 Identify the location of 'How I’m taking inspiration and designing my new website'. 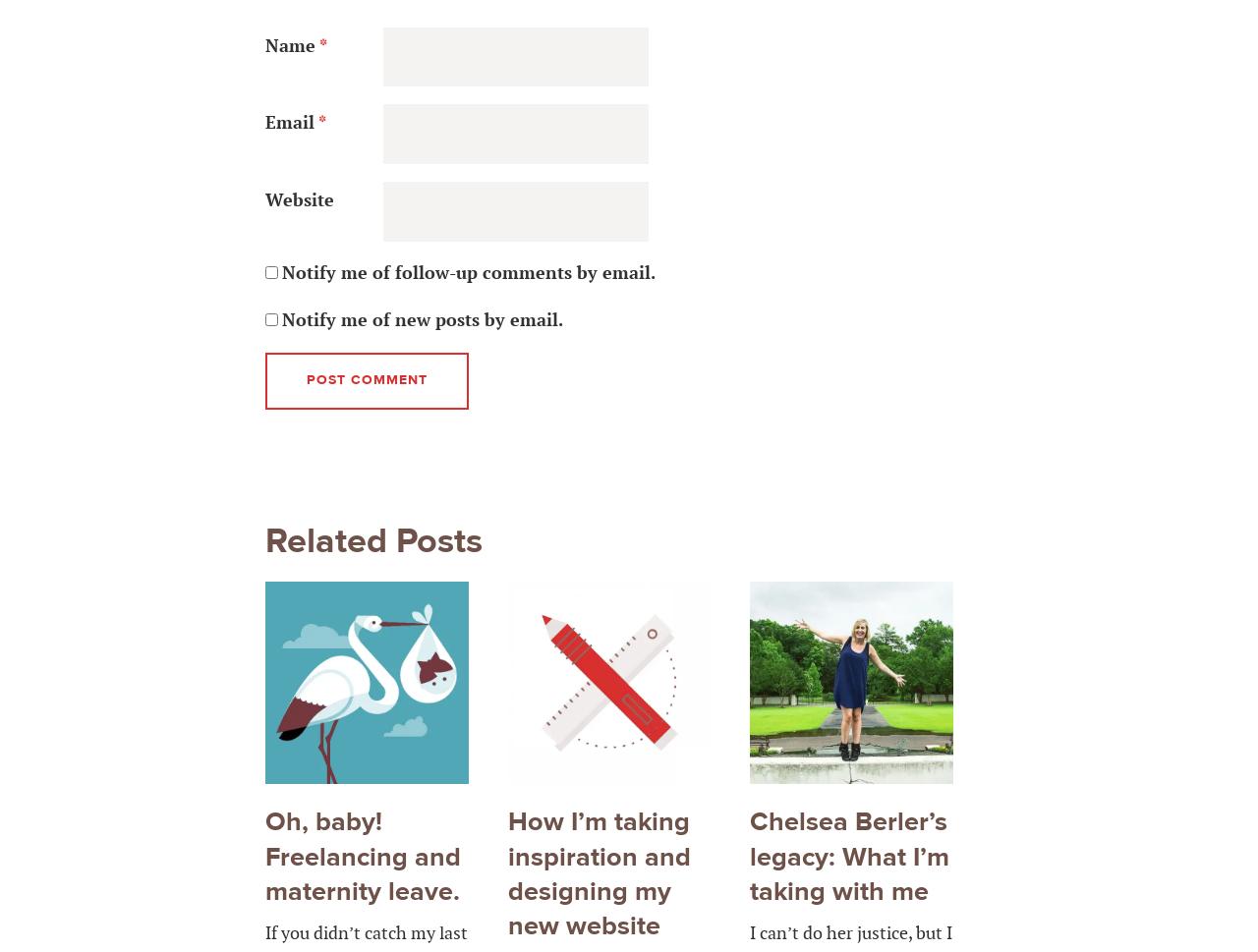
(598, 873).